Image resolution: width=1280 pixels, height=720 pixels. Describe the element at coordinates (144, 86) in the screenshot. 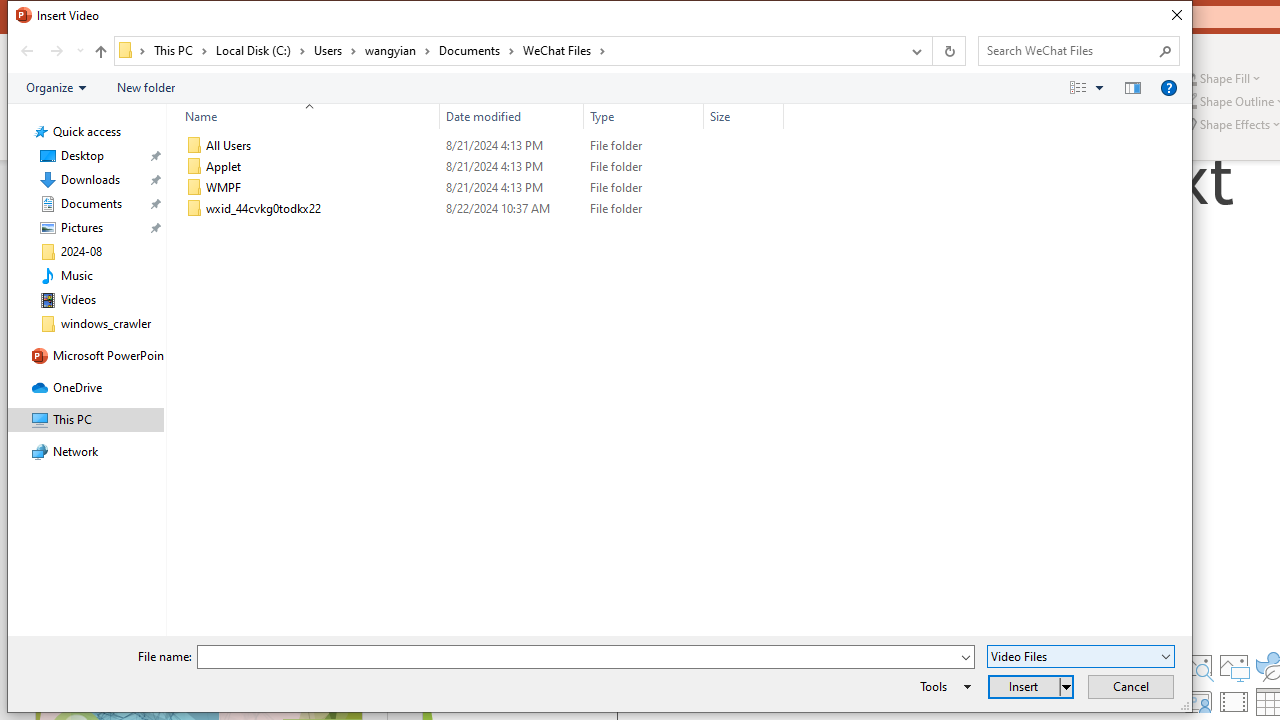

I see `'New folder'` at that location.